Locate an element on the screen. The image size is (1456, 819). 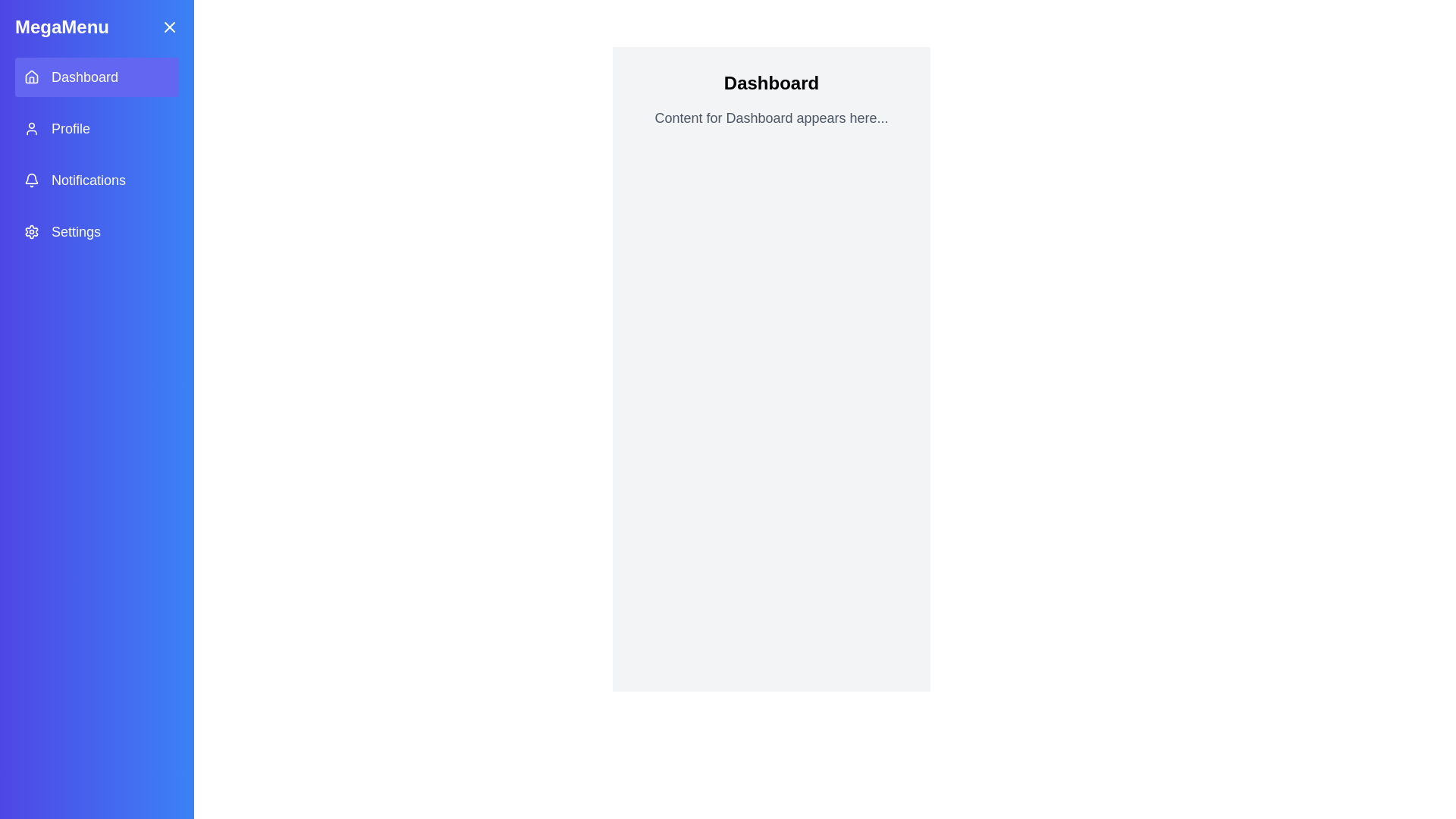
the 'Notifications' menu item, which is the third item in the vertical navigation menu, featuring a bell icon and modern design is located at coordinates (96, 180).